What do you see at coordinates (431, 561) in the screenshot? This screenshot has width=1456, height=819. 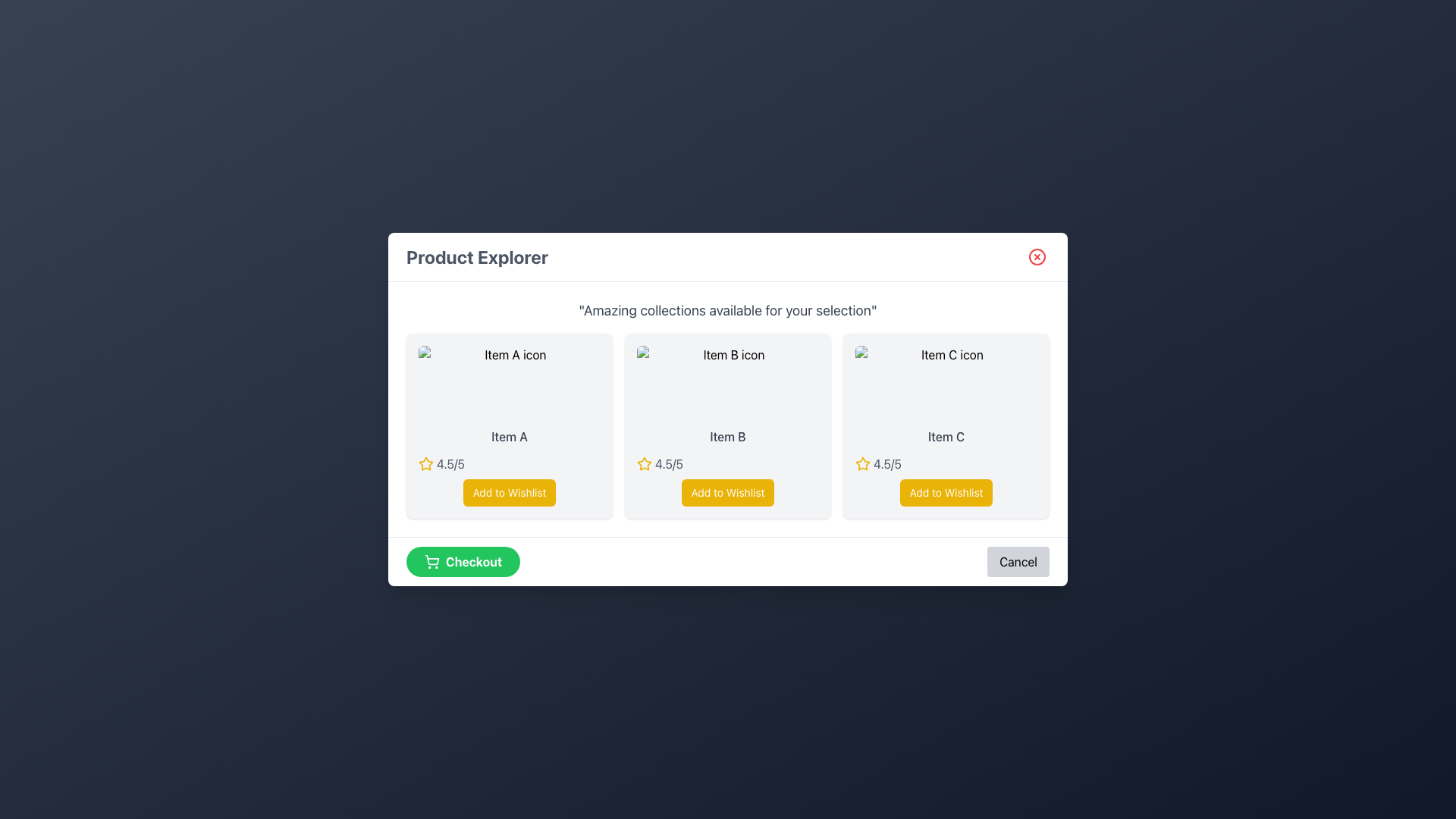 I see `the shopping cart icon, which is styled in minimalist line-art with a green fill and white stroke, located to the left of the 'Checkout' button at the bottom of the dialog interface` at bounding box center [431, 561].